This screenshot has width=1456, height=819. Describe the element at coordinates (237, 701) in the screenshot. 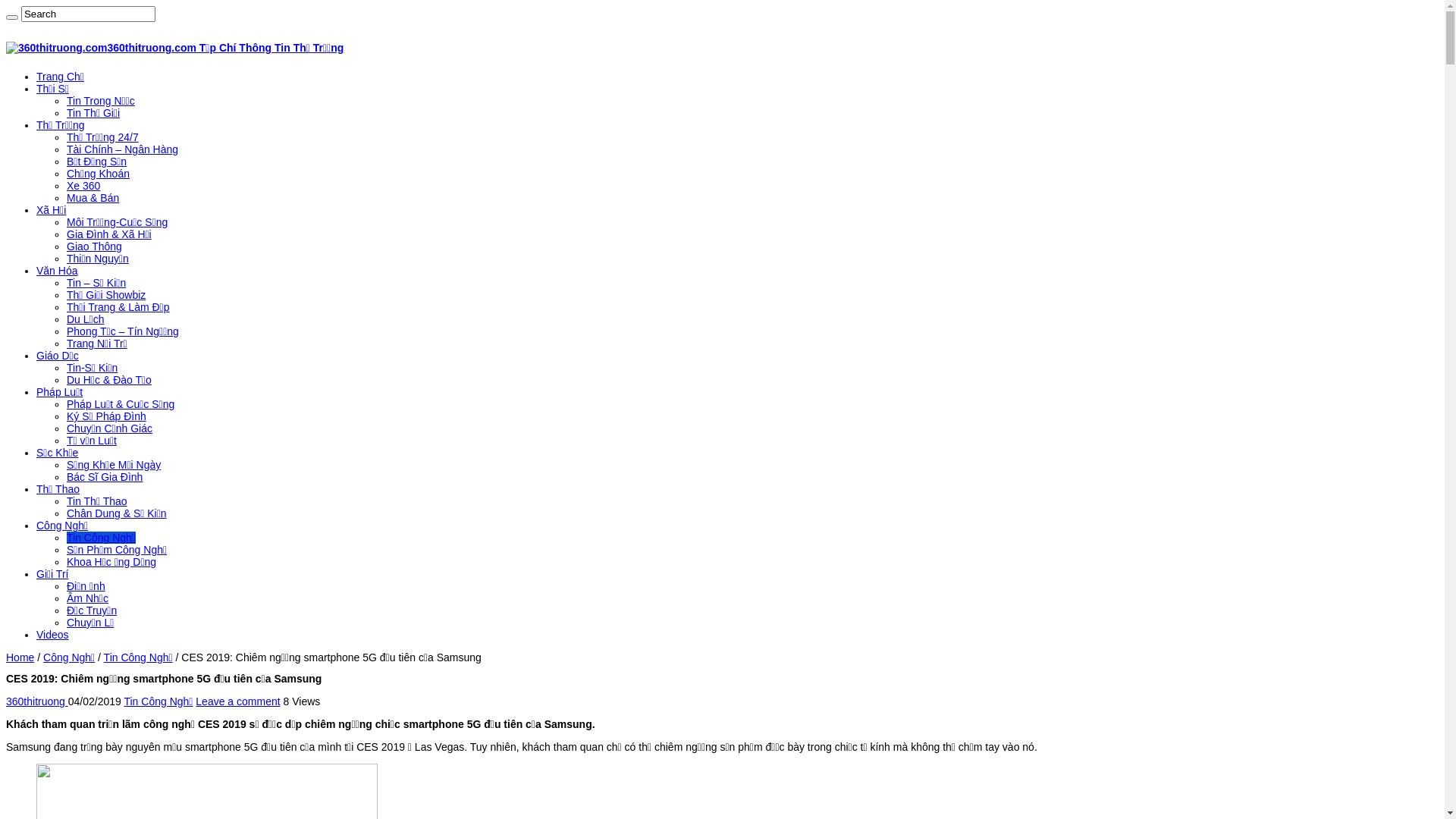

I see `'Leave a comment'` at that location.